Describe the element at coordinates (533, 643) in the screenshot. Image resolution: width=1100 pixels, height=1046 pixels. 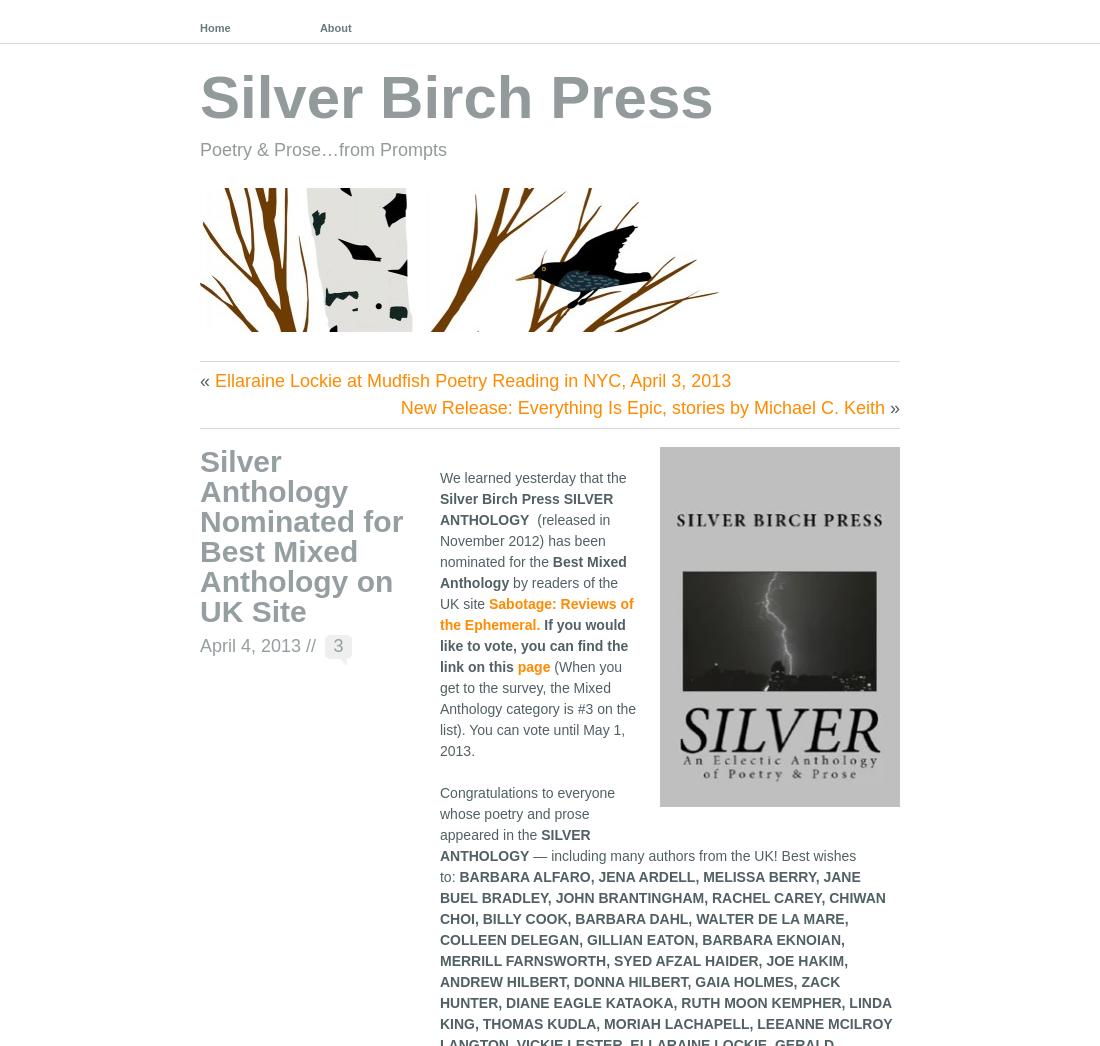
I see `'If you would like to vote, you can find the link on this'` at that location.